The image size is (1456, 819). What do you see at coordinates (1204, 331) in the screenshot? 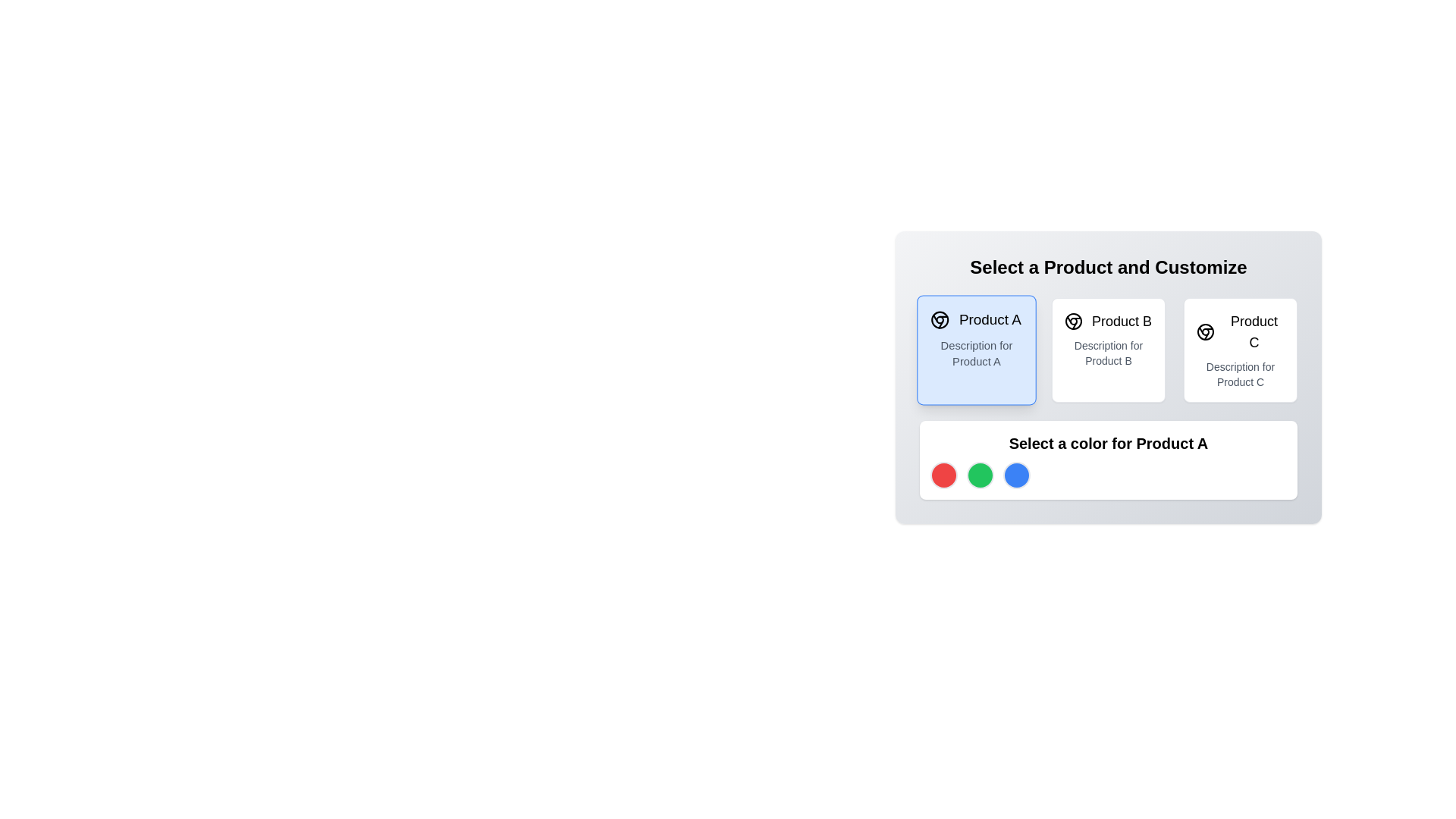
I see `the small circular icon resembling a web browser logo, which is positioned to the left of the text 'Product C'` at bounding box center [1204, 331].